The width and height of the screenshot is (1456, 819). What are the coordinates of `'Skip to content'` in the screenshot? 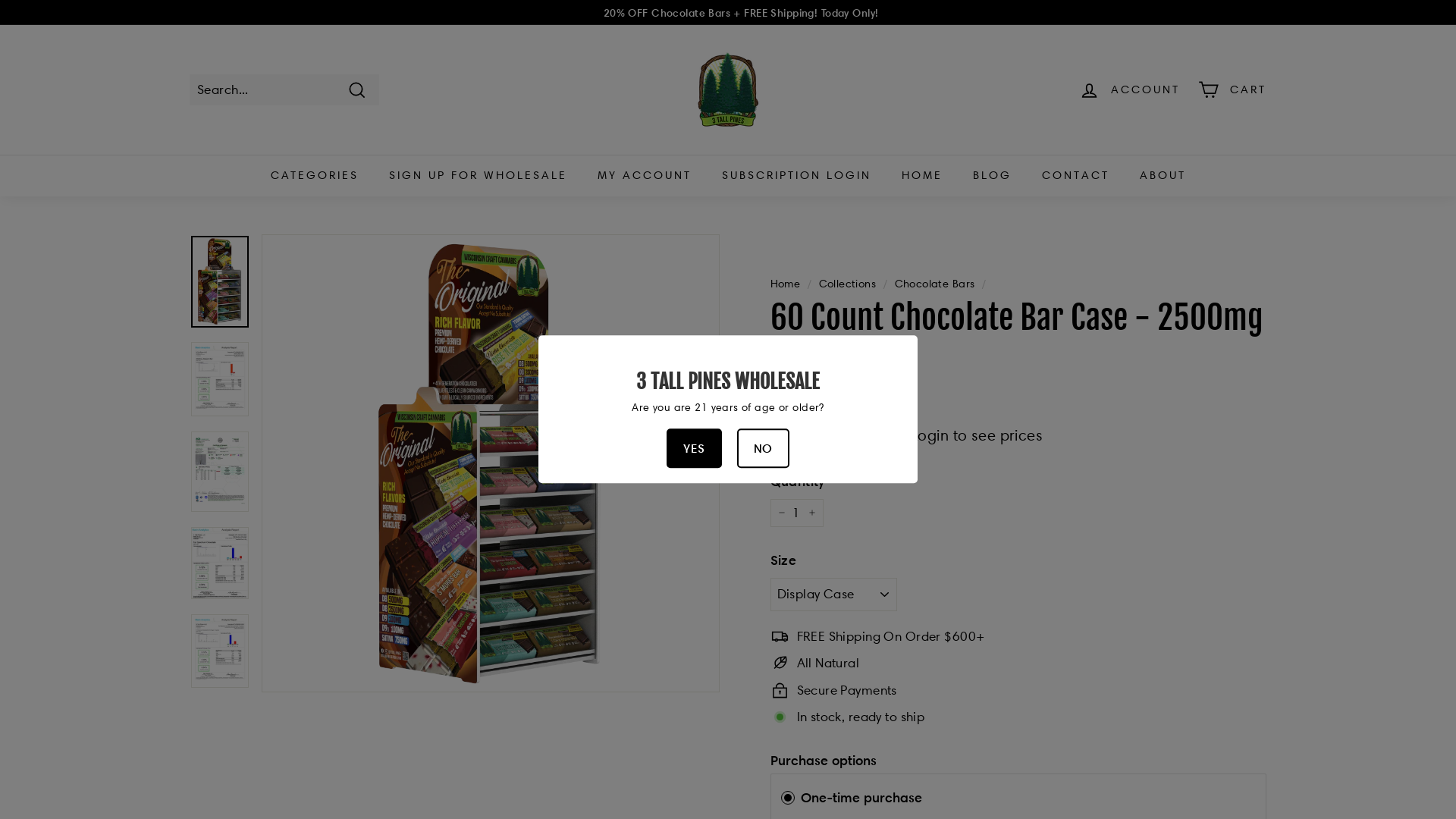 It's located at (0, 0).